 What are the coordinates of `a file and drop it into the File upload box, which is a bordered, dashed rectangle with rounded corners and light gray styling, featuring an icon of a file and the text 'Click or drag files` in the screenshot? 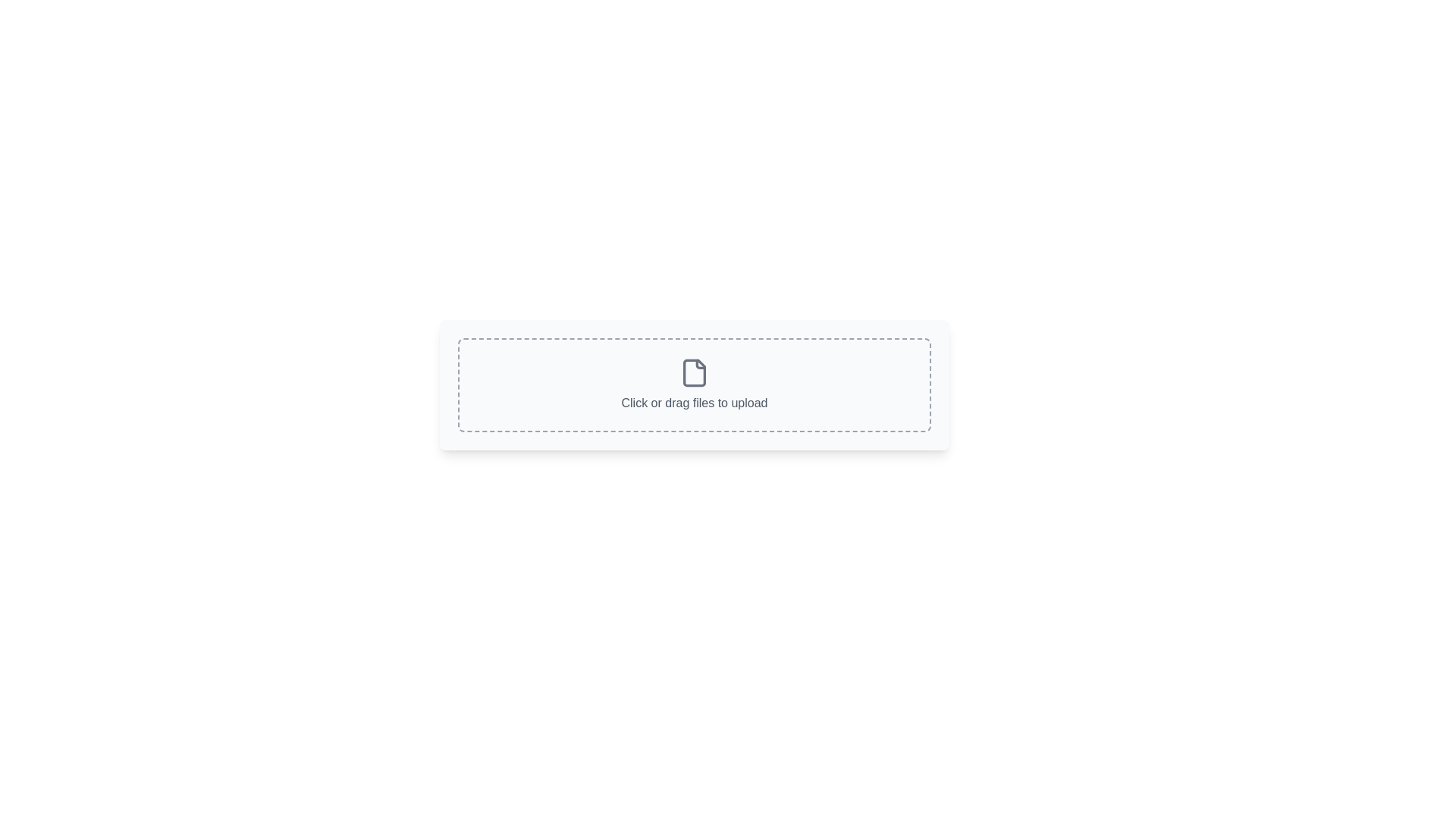 It's located at (694, 384).